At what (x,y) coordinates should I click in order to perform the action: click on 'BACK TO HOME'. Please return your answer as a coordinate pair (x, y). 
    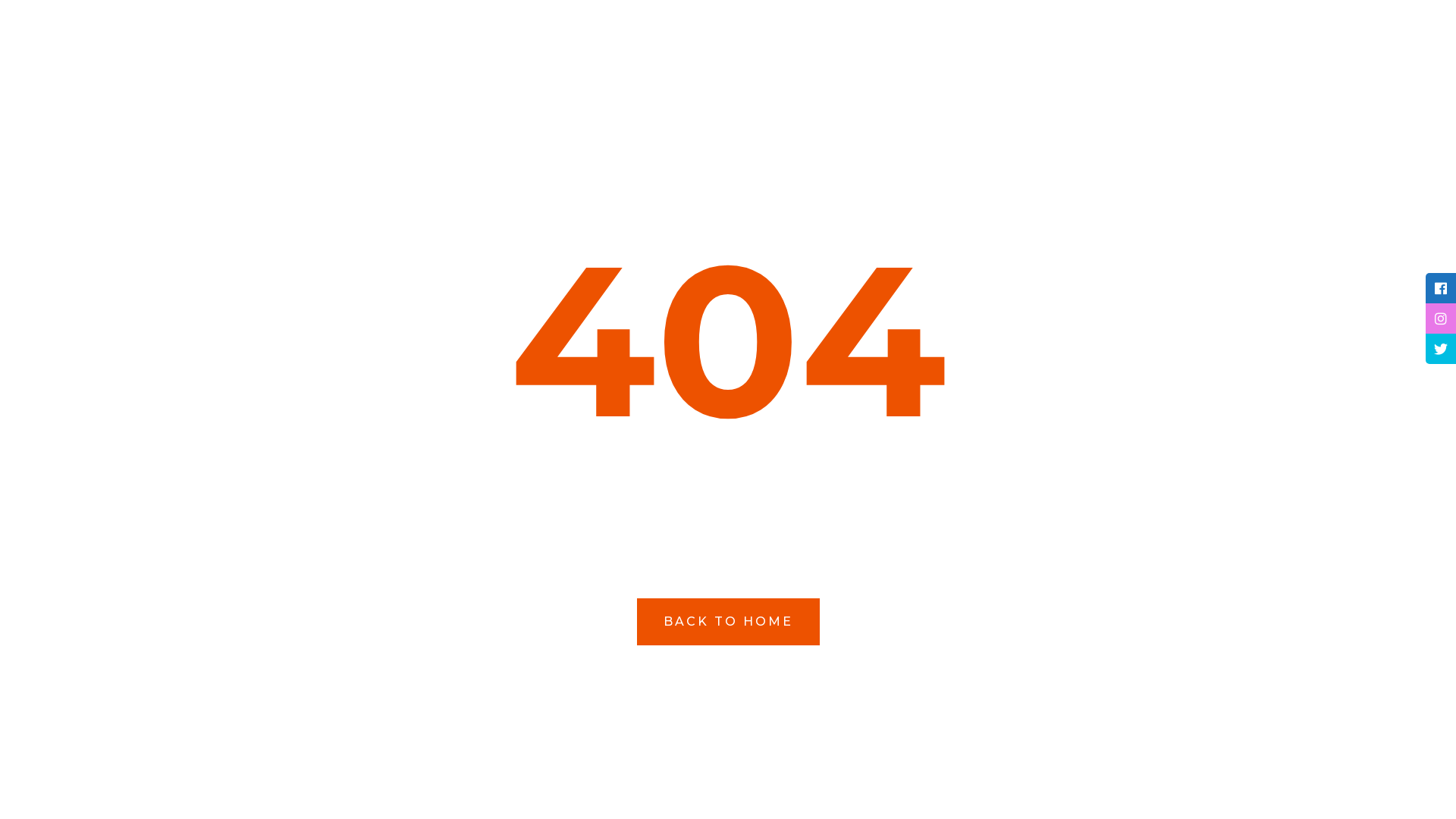
    Looking at the image, I should click on (728, 620).